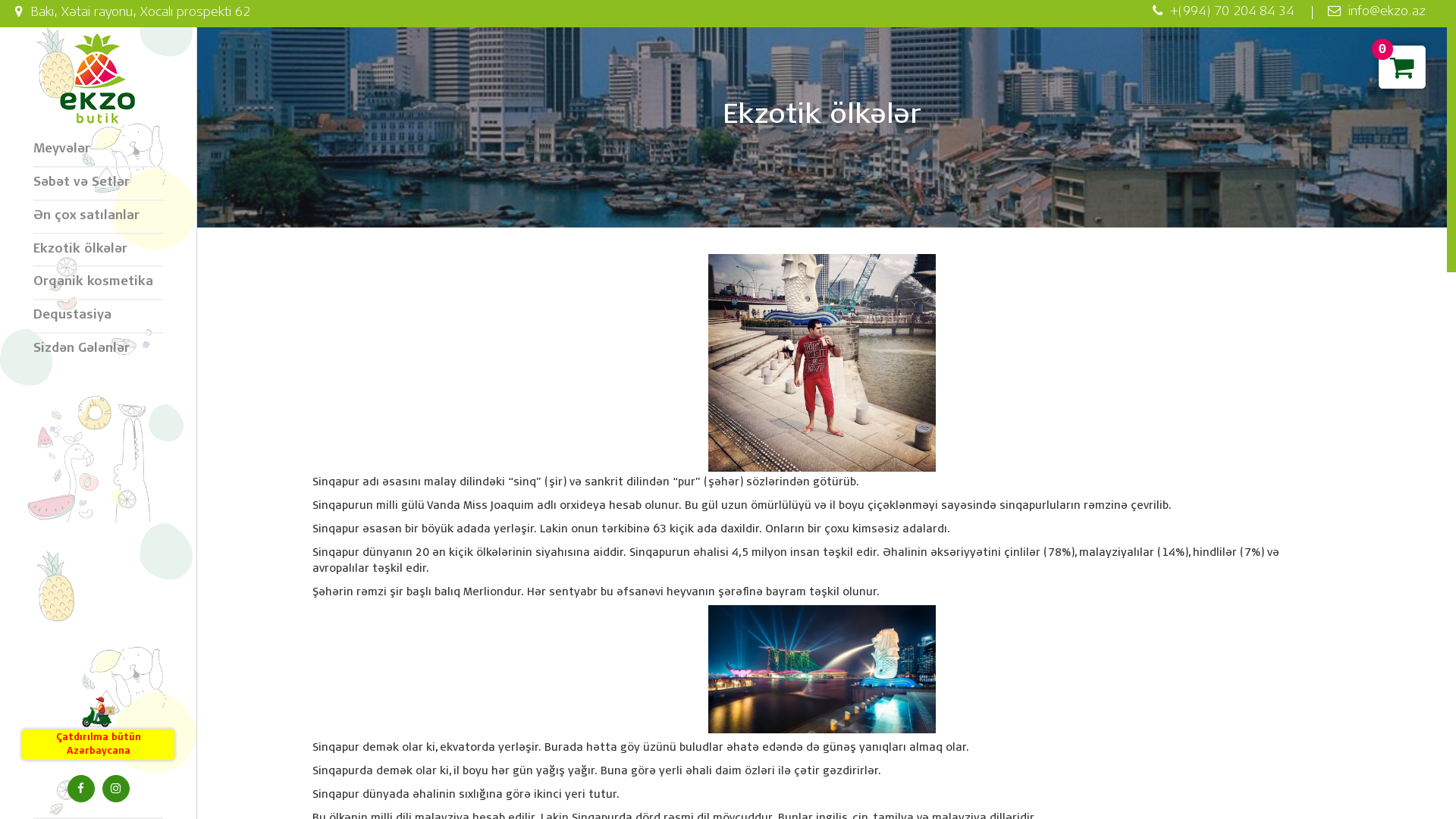 Image resolution: width=1456 pixels, height=819 pixels. I want to click on 'instagram', so click(115, 788).